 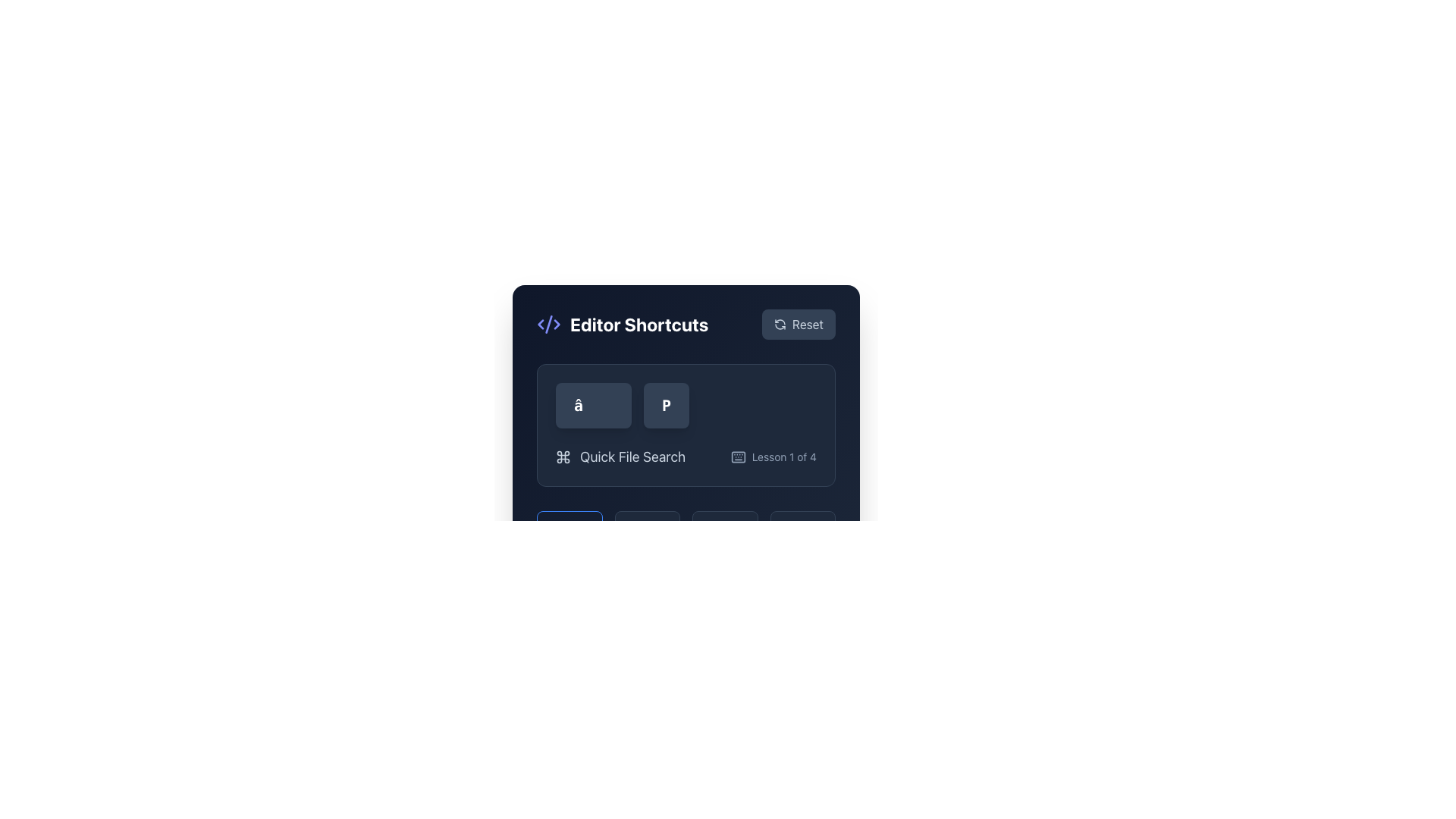 What do you see at coordinates (592, 405) in the screenshot?
I see `the first button representing the '⌘' symbol located in the 'Editor Shortcuts' box near the top-left corner of the interface` at bounding box center [592, 405].